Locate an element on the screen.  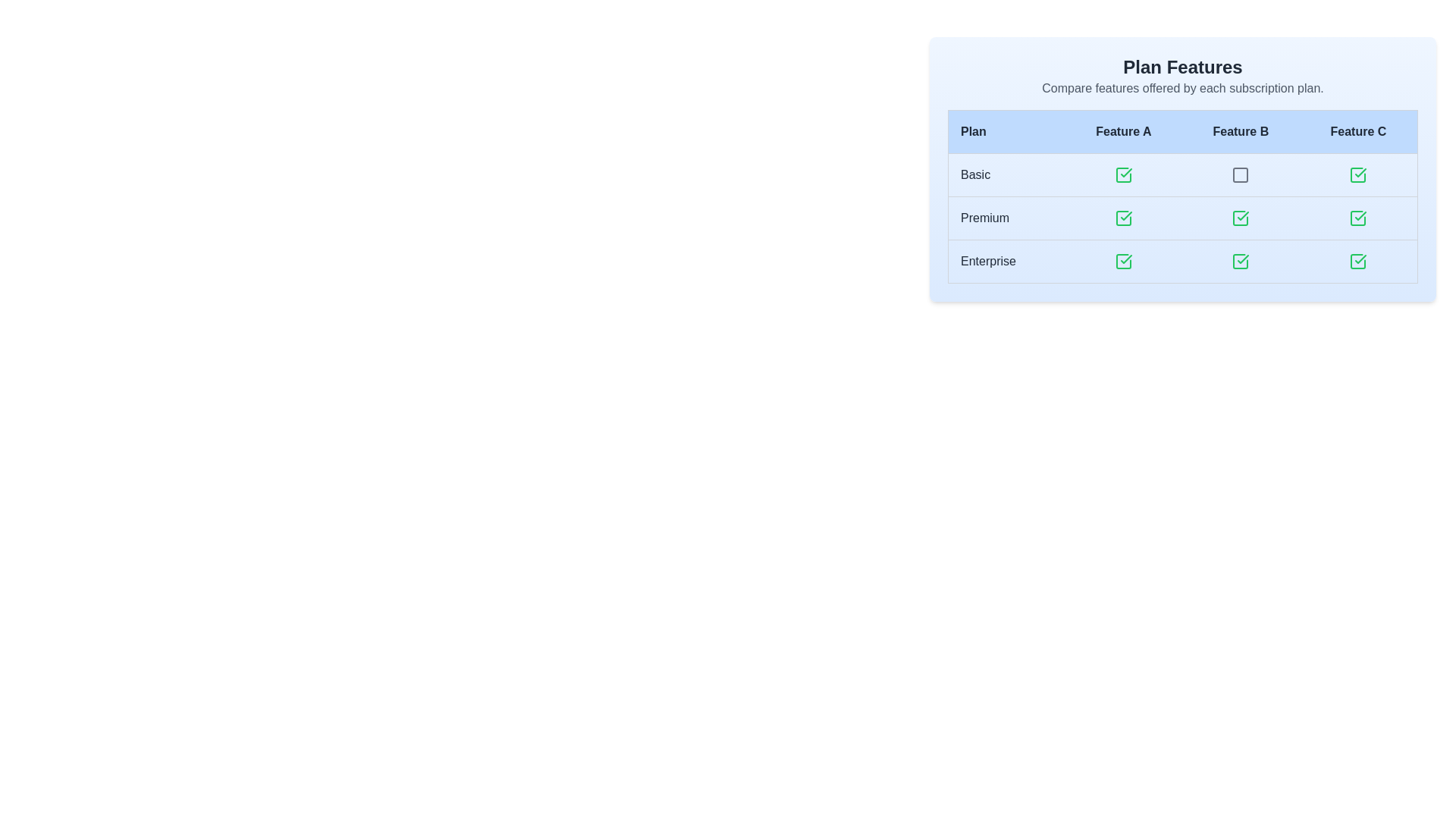
the checkbox icon indicating that Feature B is included in the 'Enterprise' subscription plan, located in the third row and second column of the table is located at coordinates (1241, 260).